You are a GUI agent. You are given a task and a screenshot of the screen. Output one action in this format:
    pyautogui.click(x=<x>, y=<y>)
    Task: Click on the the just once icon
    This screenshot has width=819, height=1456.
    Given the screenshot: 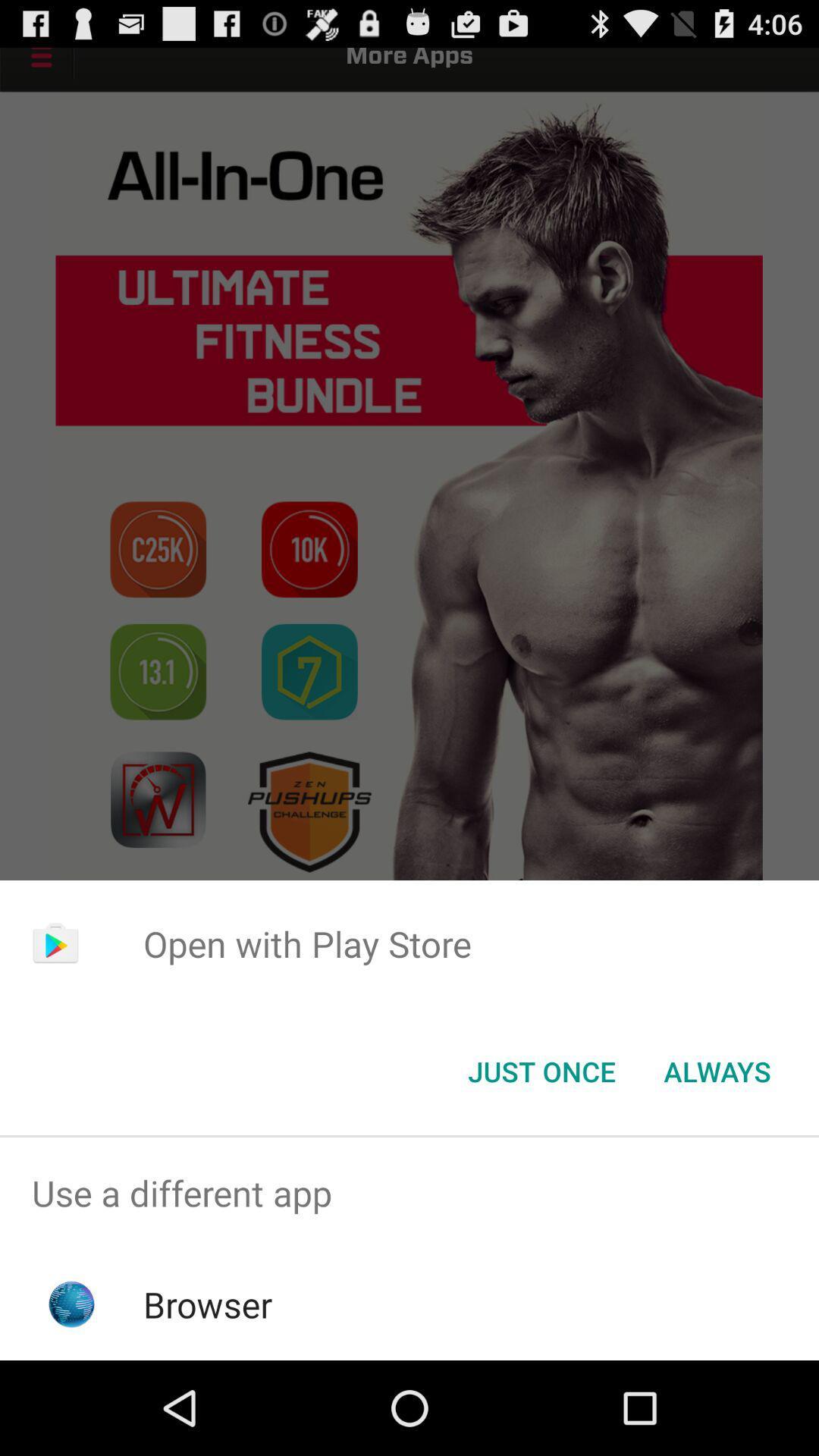 What is the action you would take?
    pyautogui.click(x=541, y=1070)
    